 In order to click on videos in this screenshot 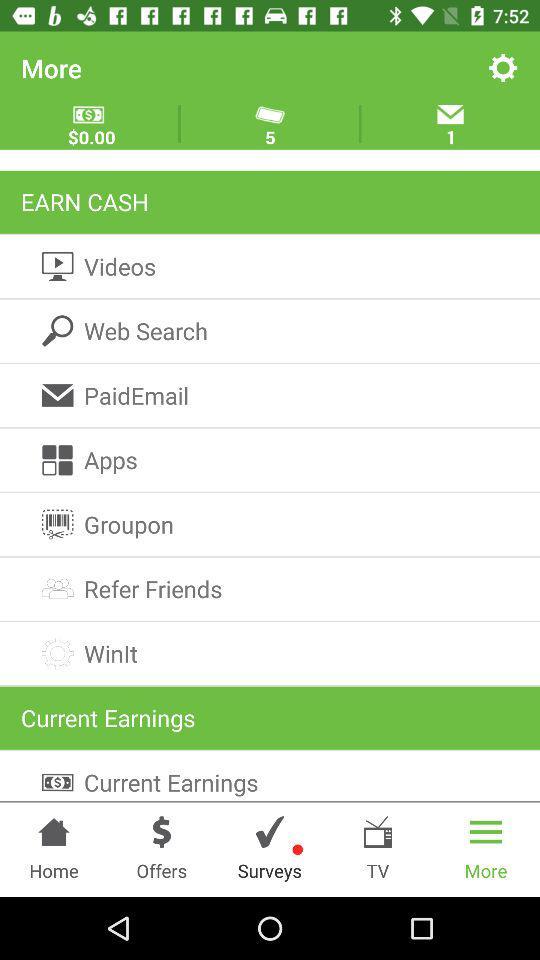, I will do `click(270, 265)`.